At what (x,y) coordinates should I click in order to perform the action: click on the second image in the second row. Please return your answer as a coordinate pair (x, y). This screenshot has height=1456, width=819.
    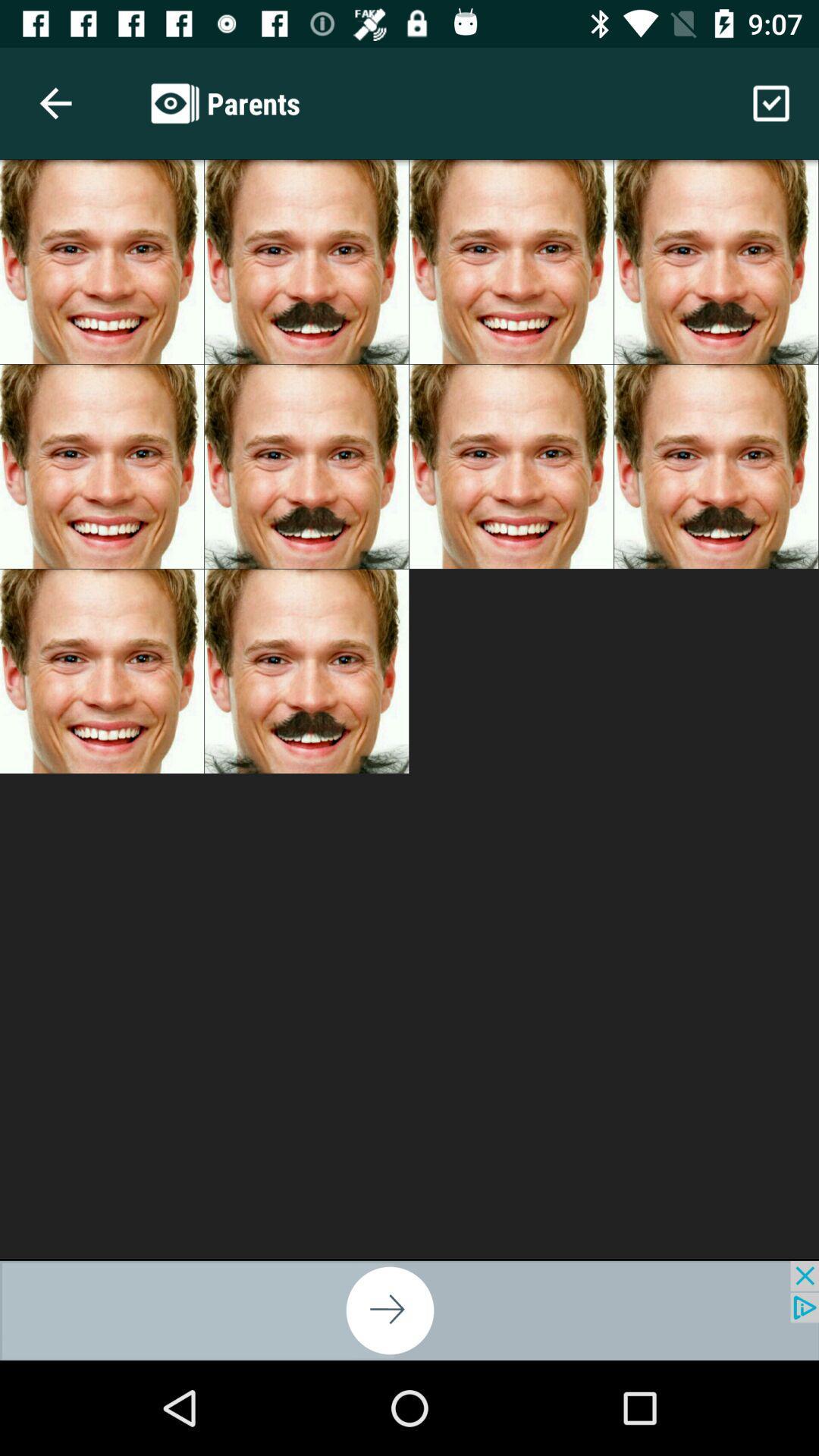
    Looking at the image, I should click on (306, 466).